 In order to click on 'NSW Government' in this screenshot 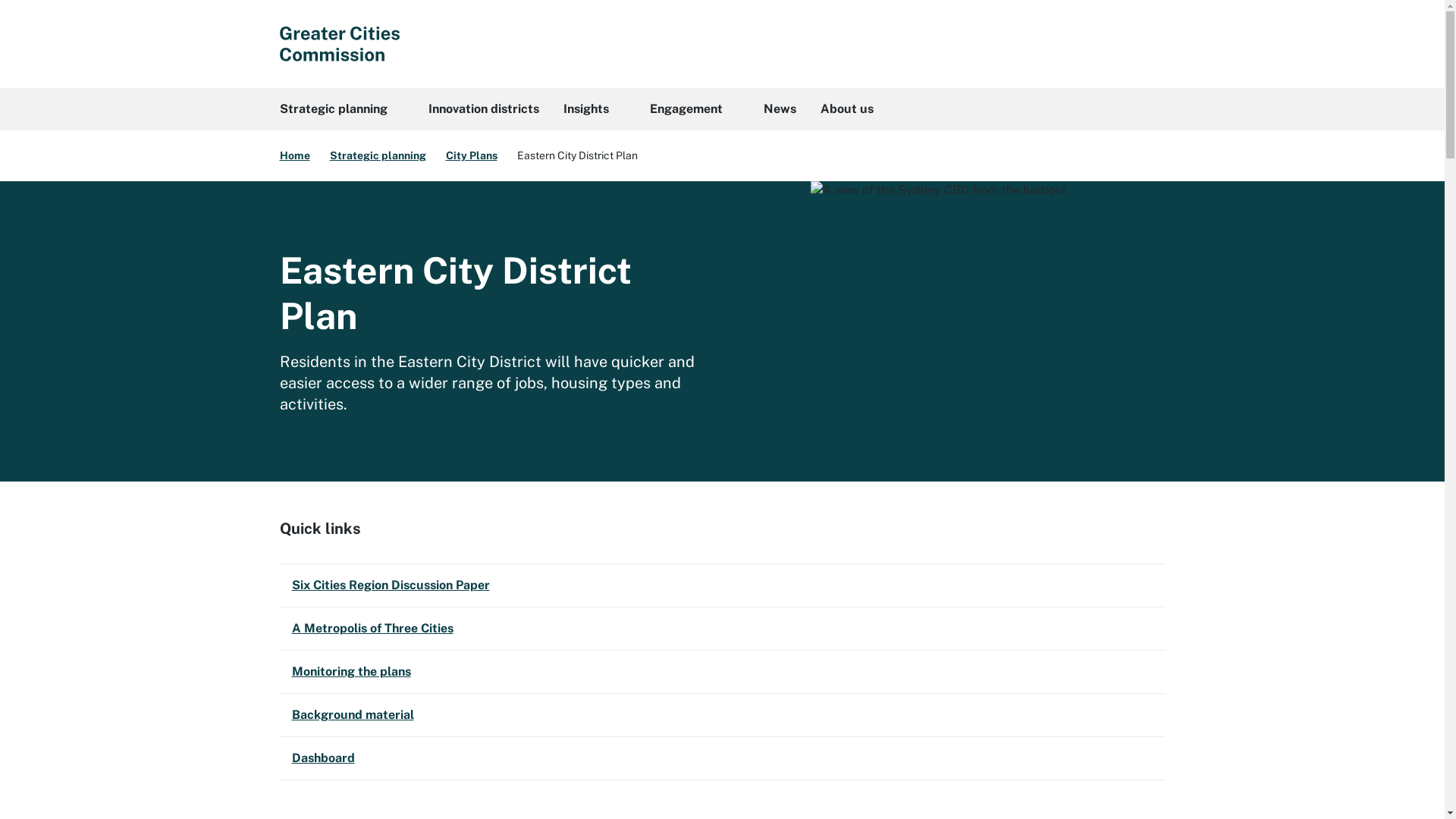, I will do `click(337, 42)`.